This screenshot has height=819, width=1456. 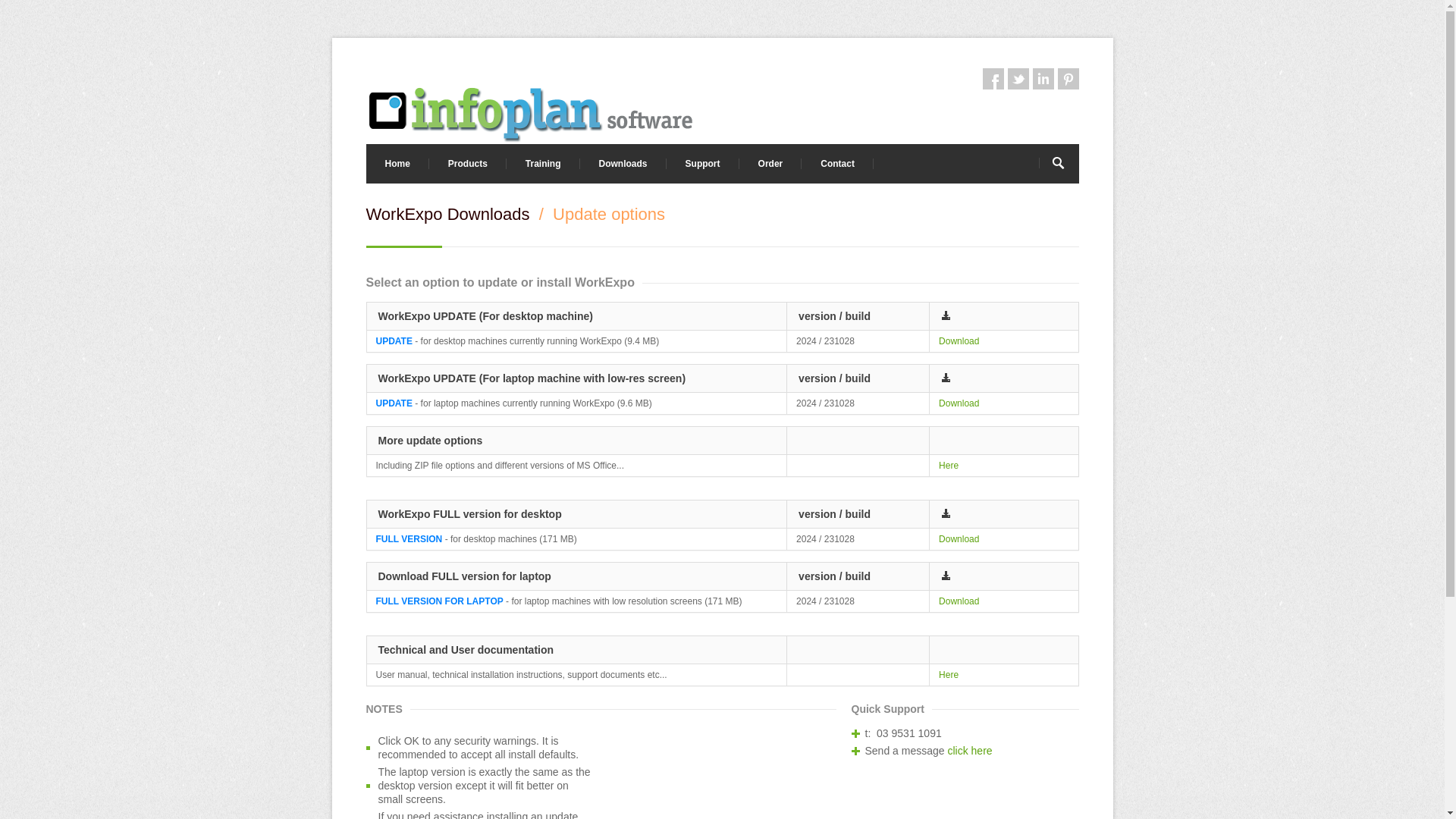 What do you see at coordinates (1043, 79) in the screenshot?
I see `'LinkedIn'` at bounding box center [1043, 79].